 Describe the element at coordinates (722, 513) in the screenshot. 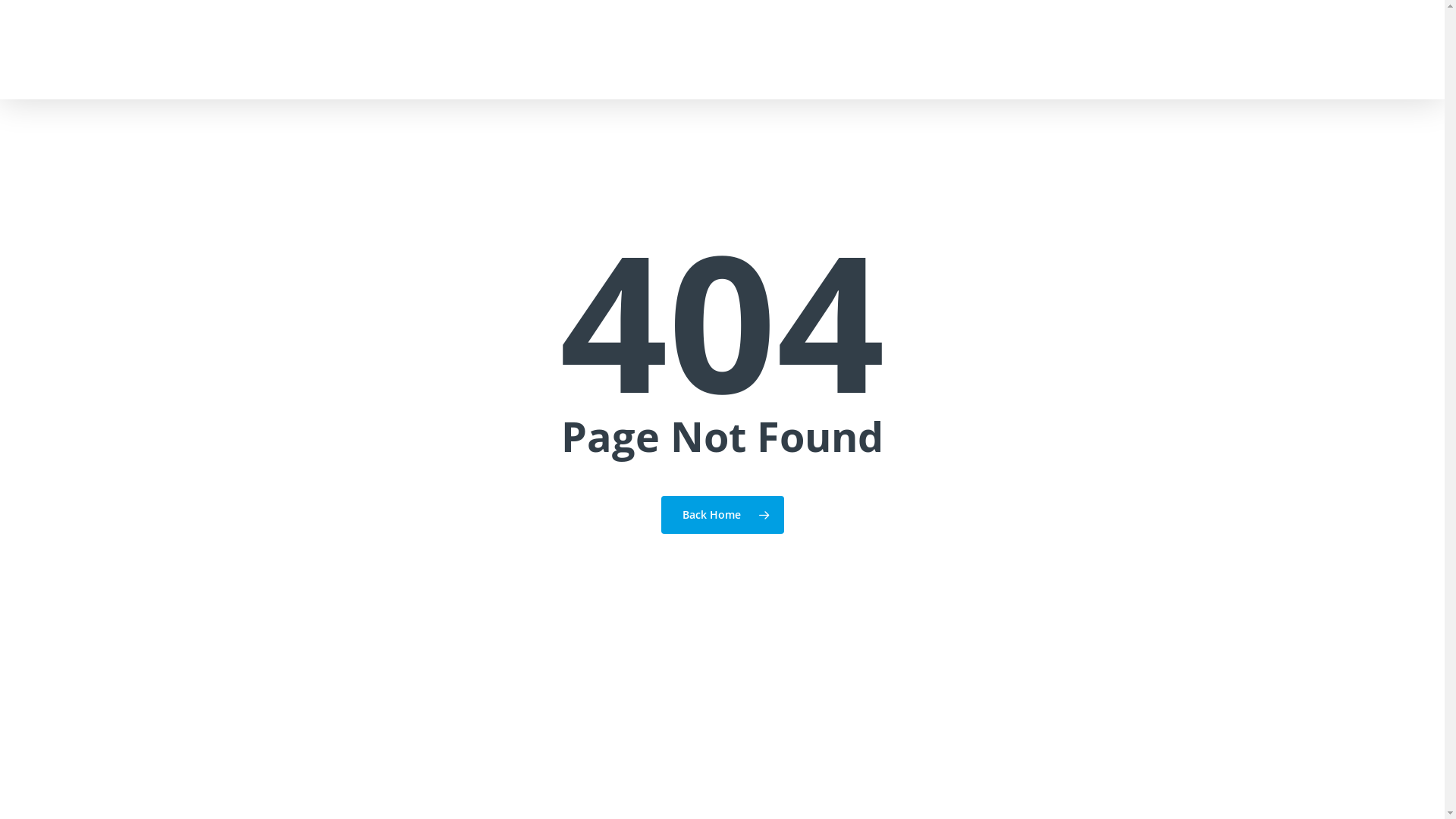

I see `'Back Home'` at that location.